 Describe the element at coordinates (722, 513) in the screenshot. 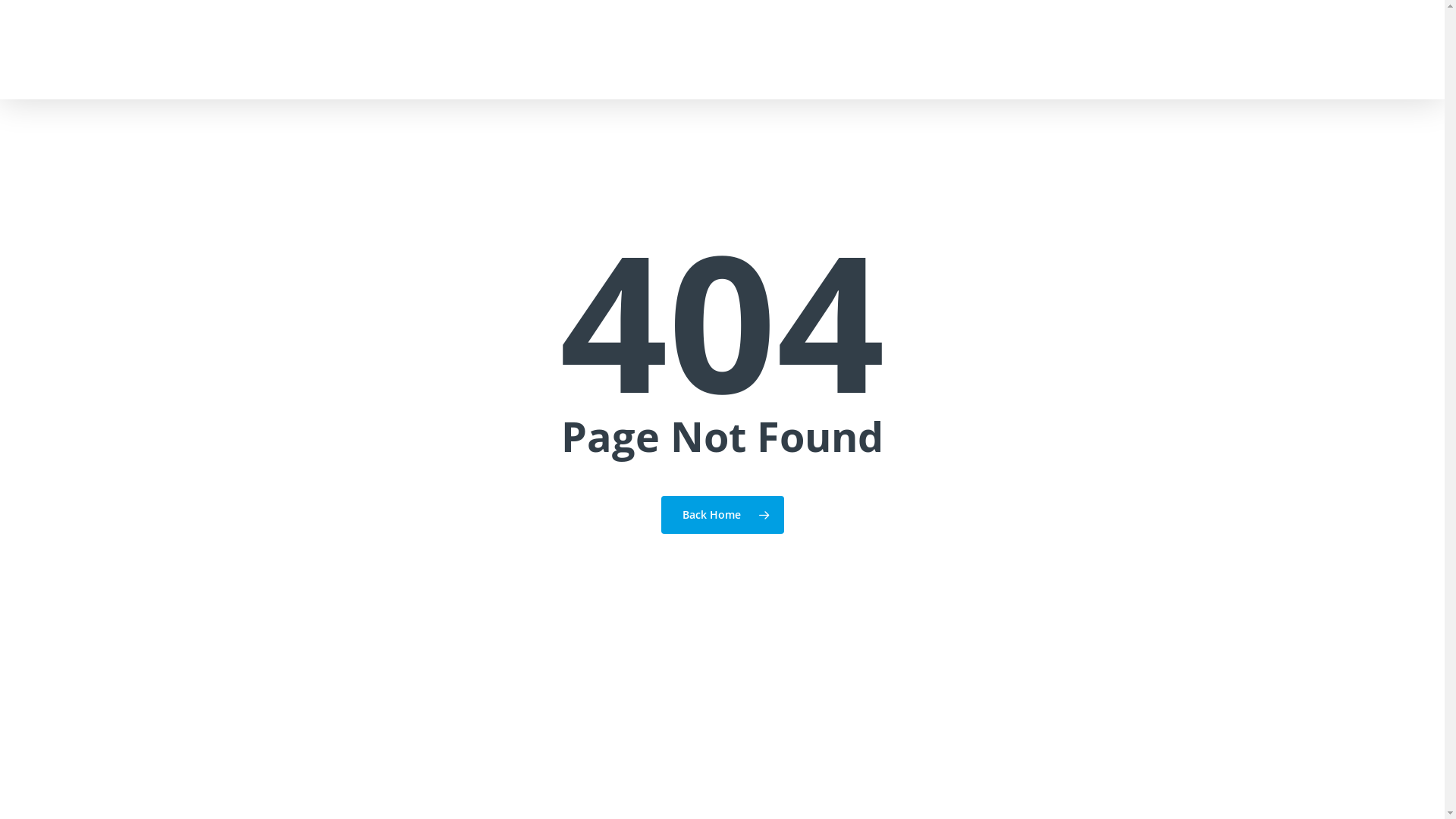

I see `'Back Home'` at that location.